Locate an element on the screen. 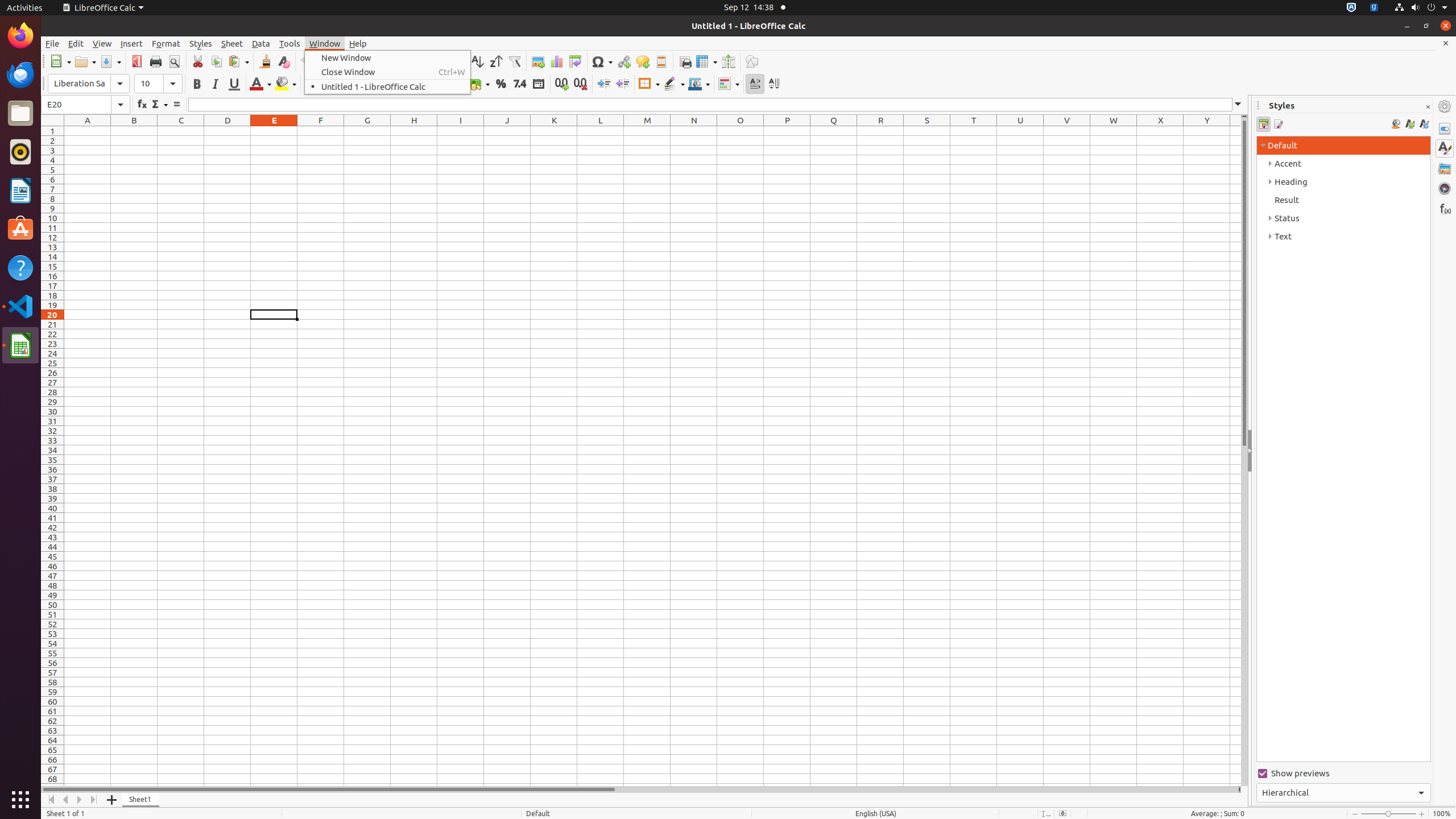  'Name Box' is located at coordinates (85, 104).